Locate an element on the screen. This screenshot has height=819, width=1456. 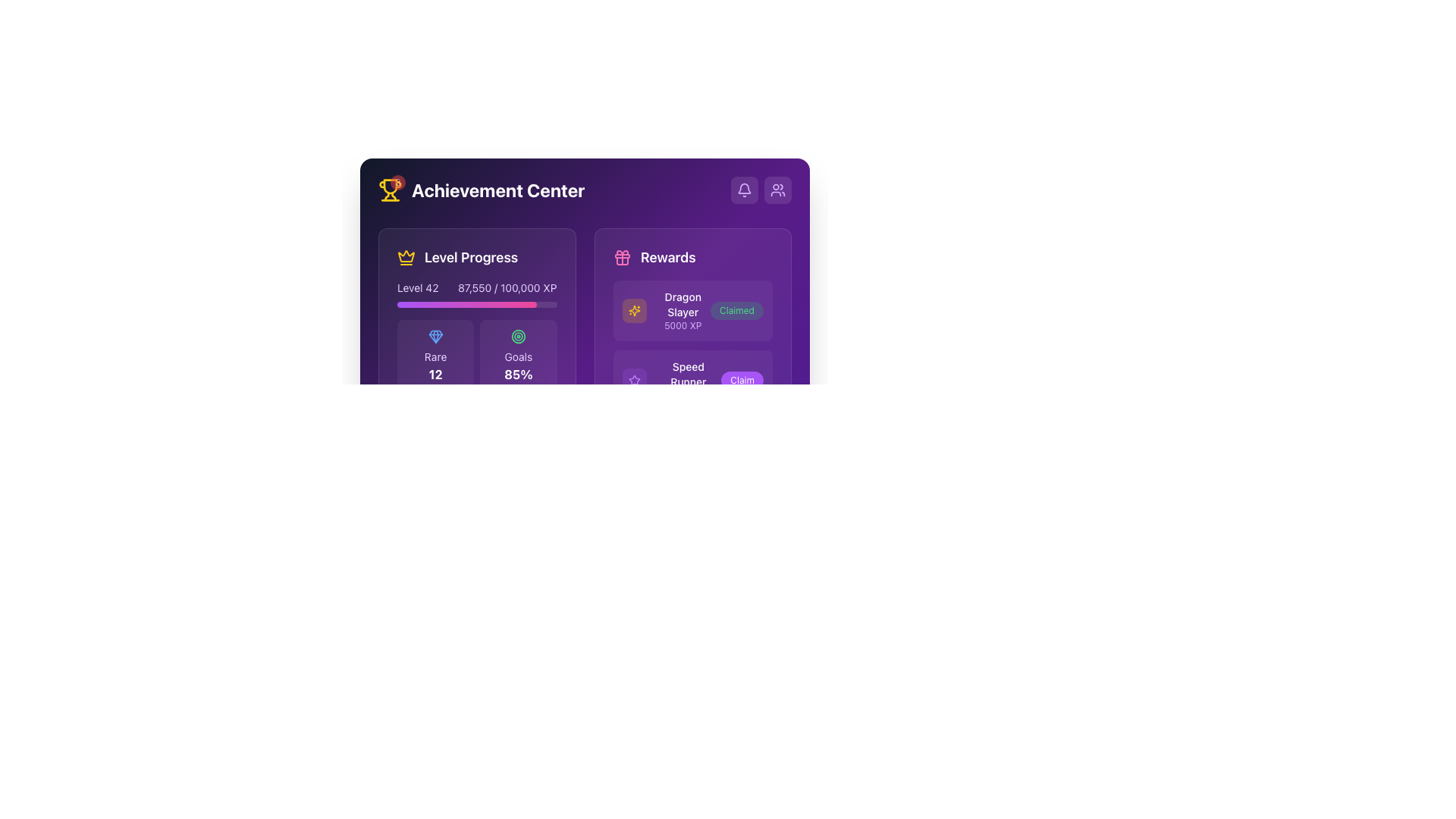
the 'Dragon Slayer' reward description label located in the 'Rewards' section of the interface, which provides information about a reward that grants '5000 XP' is located at coordinates (682, 309).